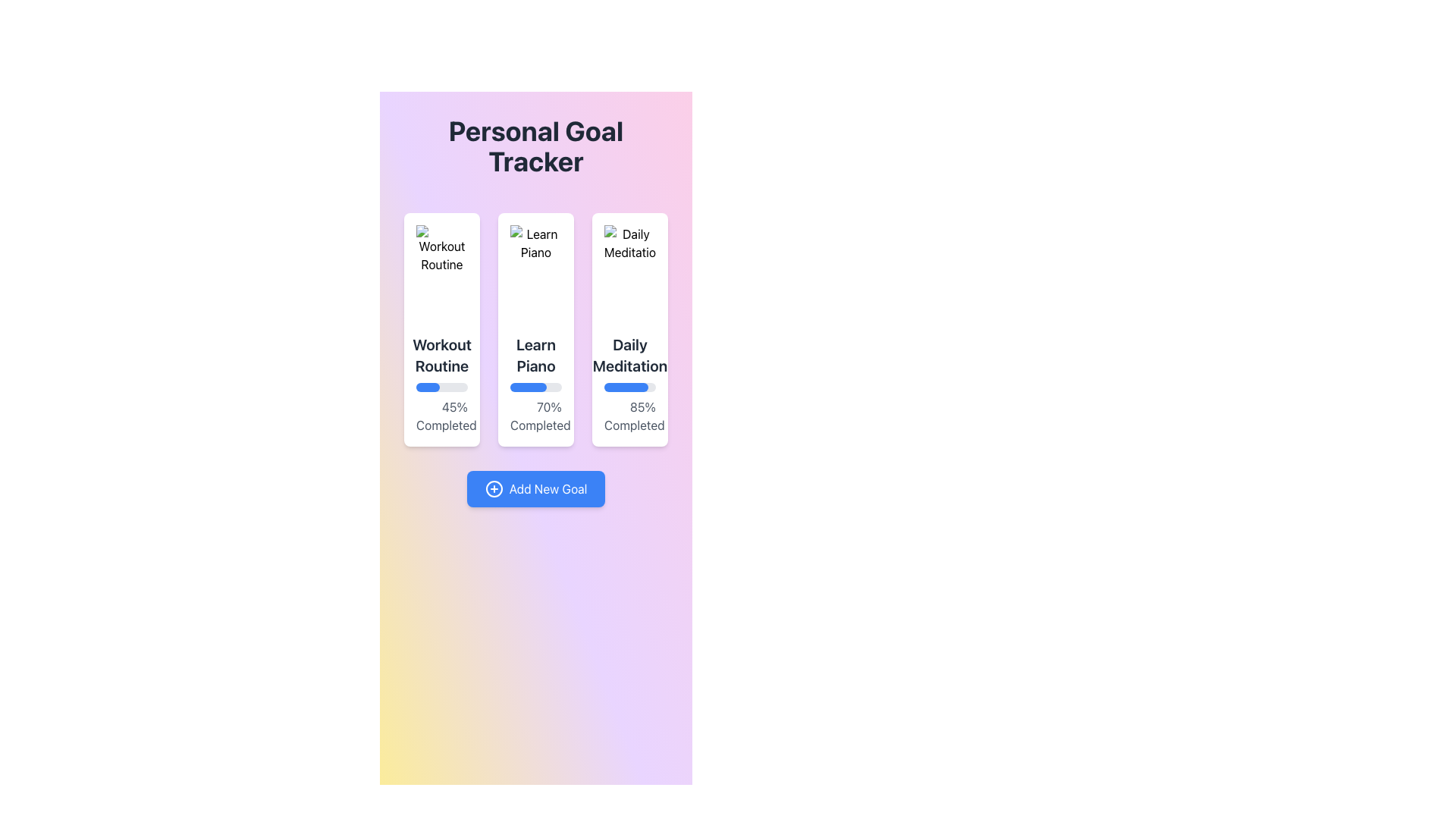 This screenshot has width=1456, height=819. I want to click on the heading text displaying 'Daily Meditation', which is a bold, large, dark gray text centrally positioned within the rightmost card of three horizontal cards, so click(629, 356).